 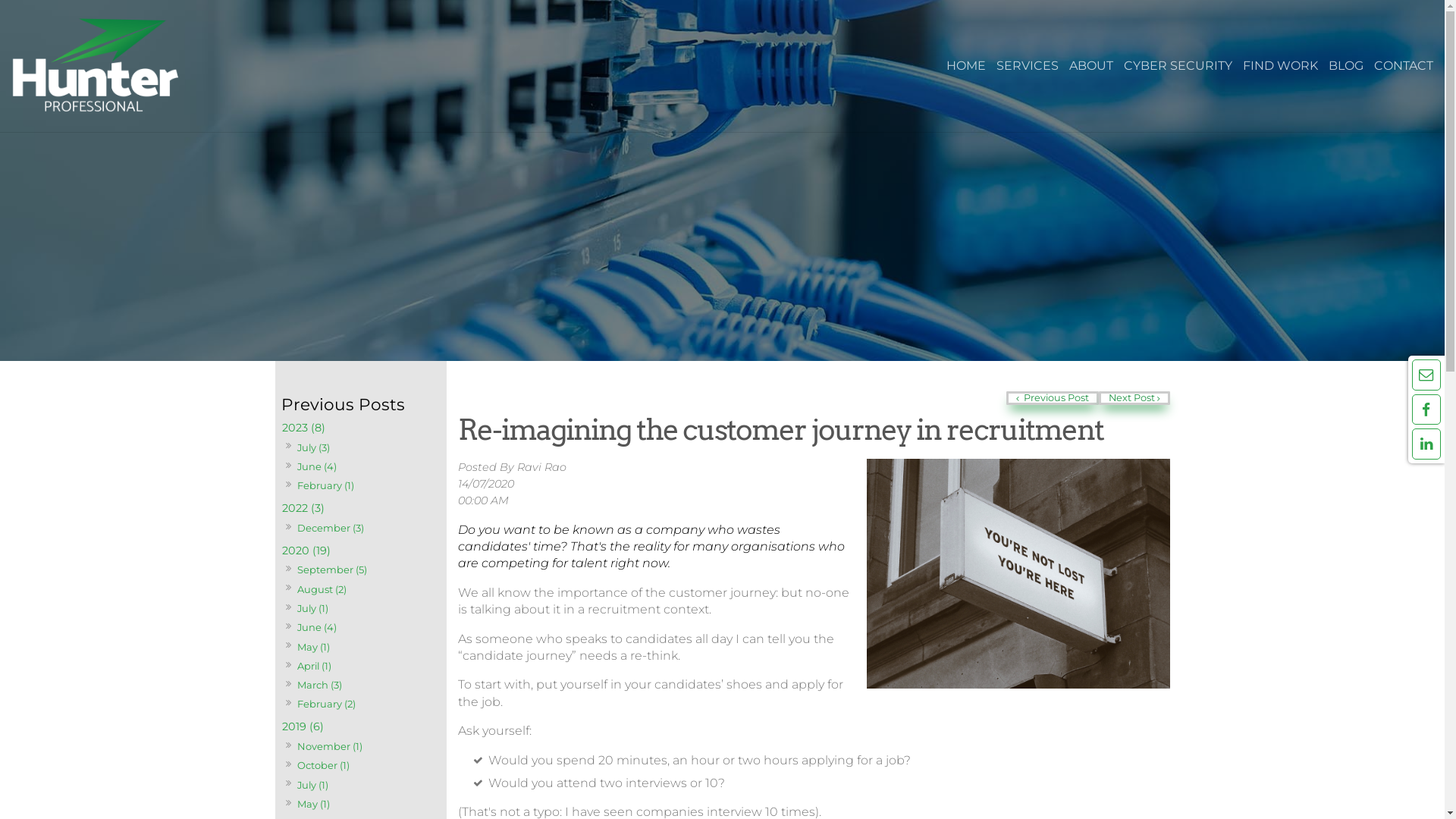 What do you see at coordinates (320, 588) in the screenshot?
I see `'August (2)'` at bounding box center [320, 588].